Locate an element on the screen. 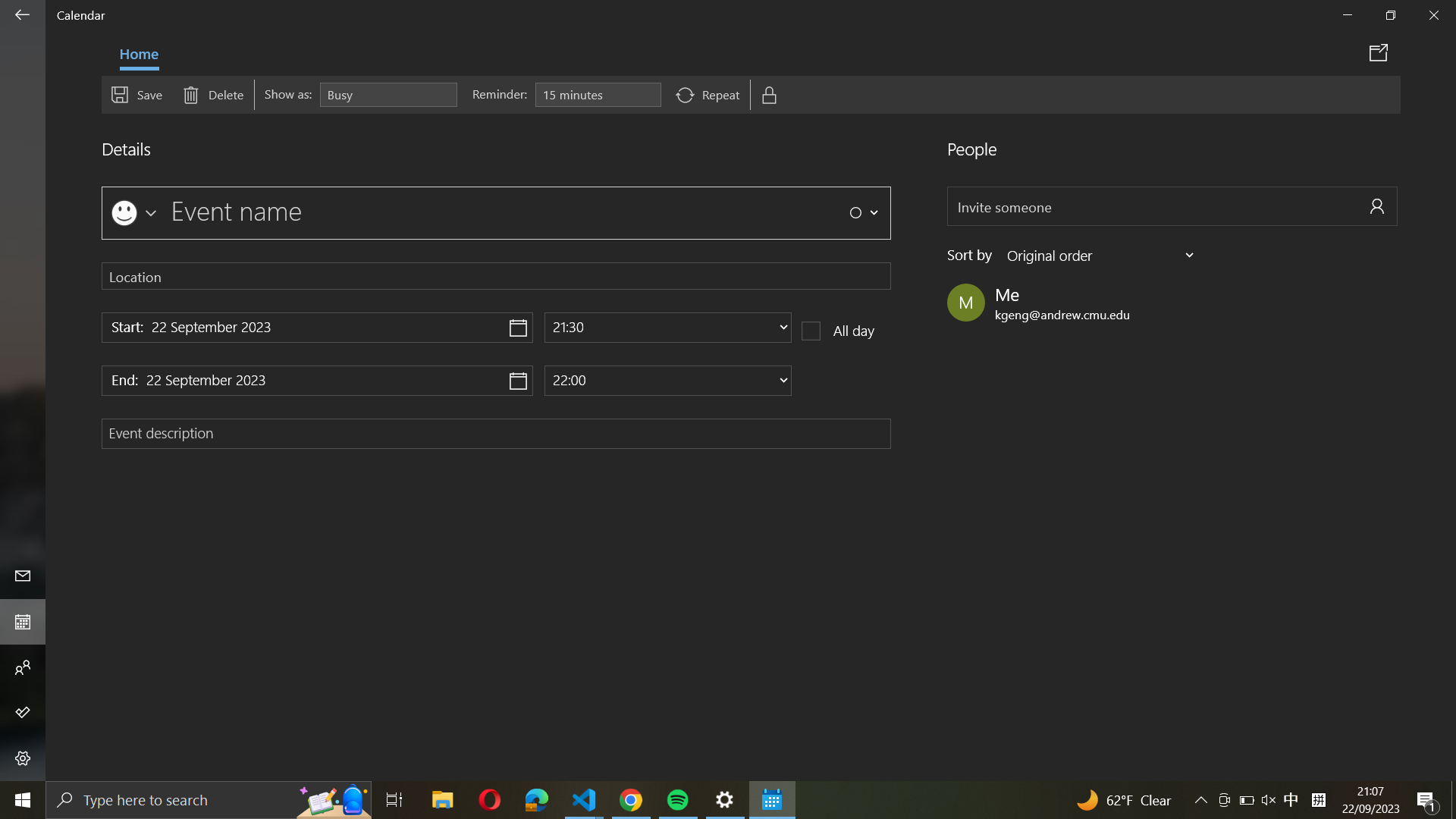  Draft an event invitation for the email "abc@example.com is located at coordinates (1172, 206).